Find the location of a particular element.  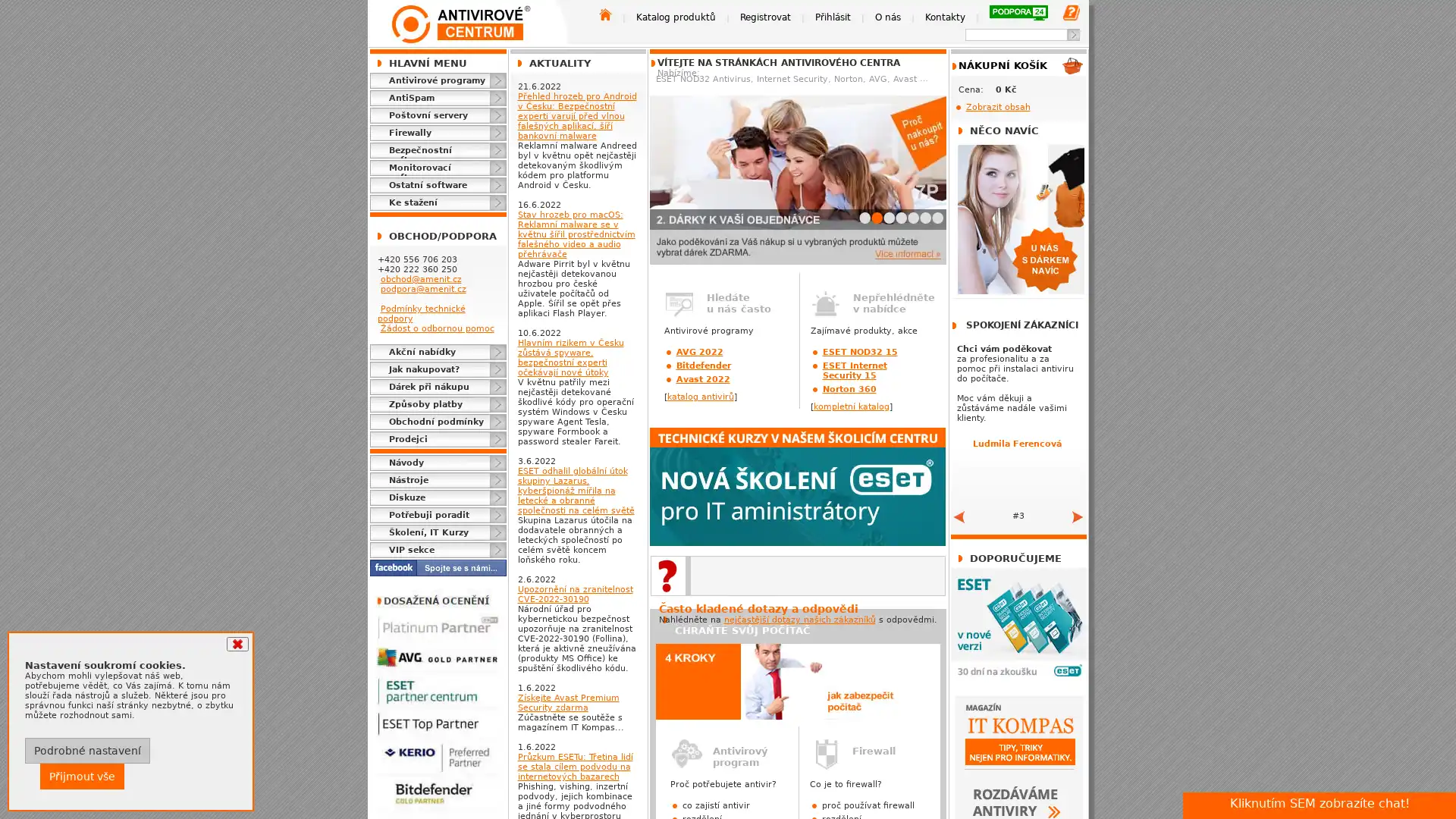

Prijmout vse is located at coordinates (81, 776).